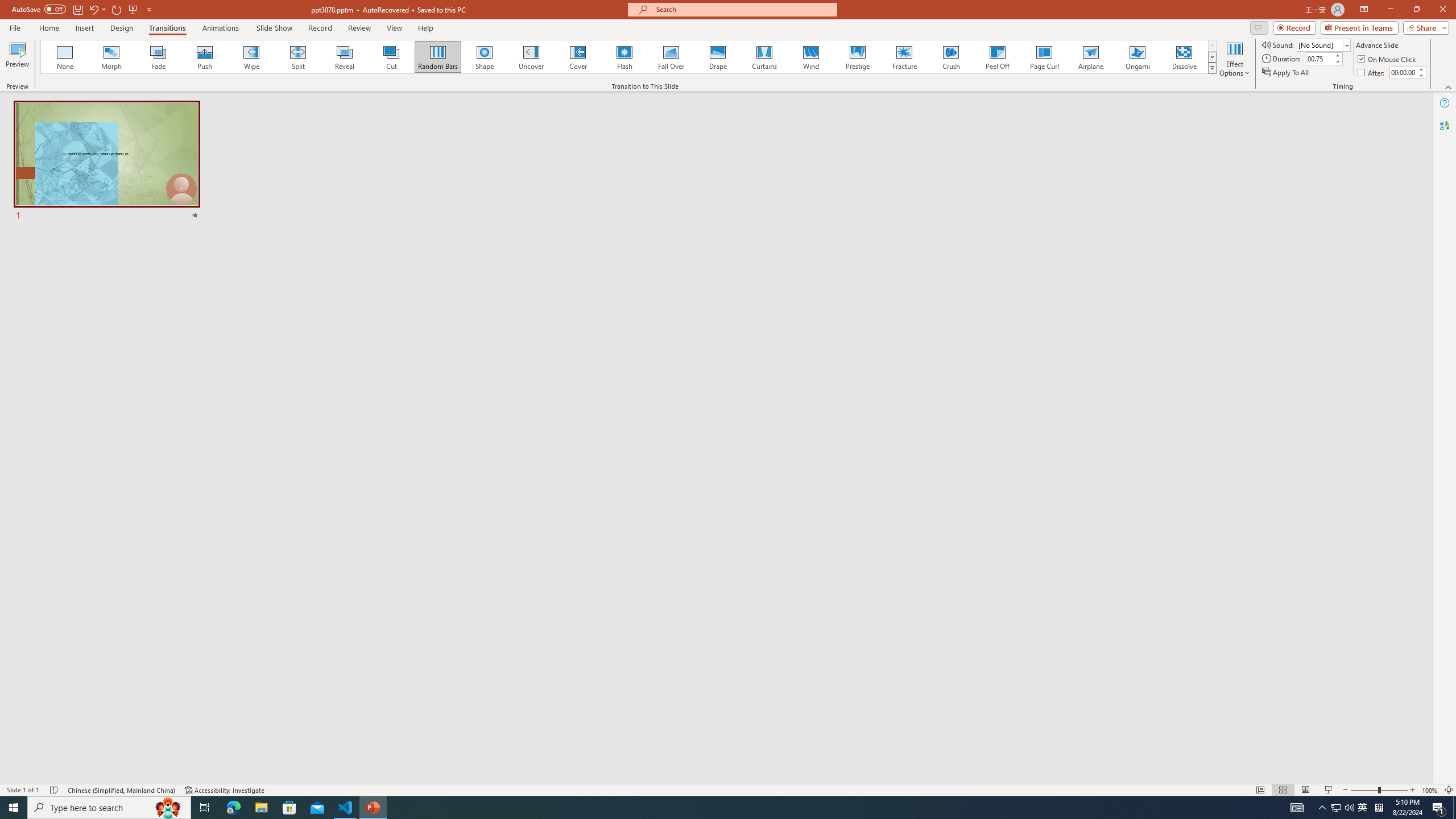  What do you see at coordinates (1403, 72) in the screenshot?
I see `'After'` at bounding box center [1403, 72].